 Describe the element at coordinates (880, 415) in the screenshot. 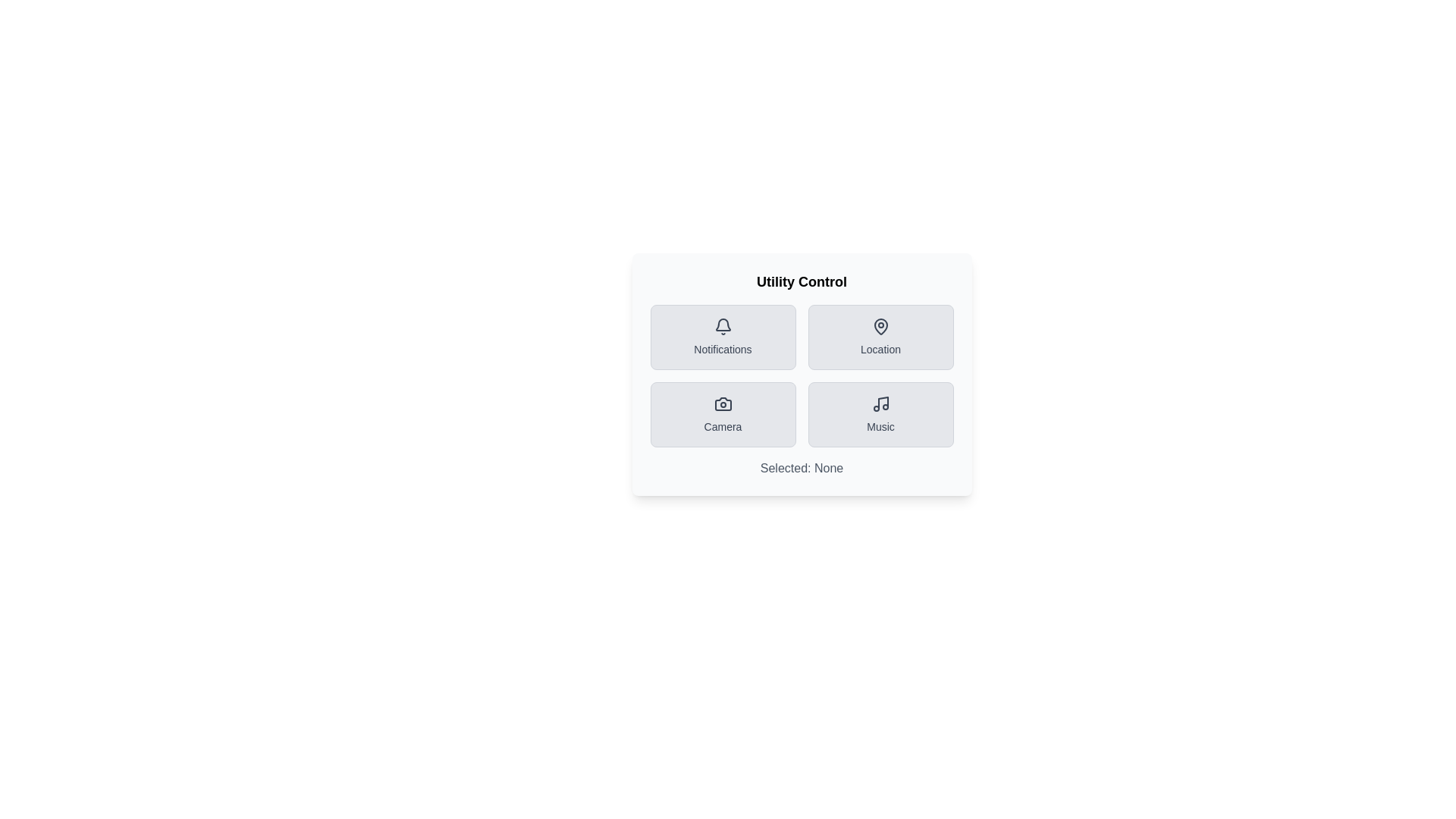

I see `the 'Music' button to toggle its state` at that location.